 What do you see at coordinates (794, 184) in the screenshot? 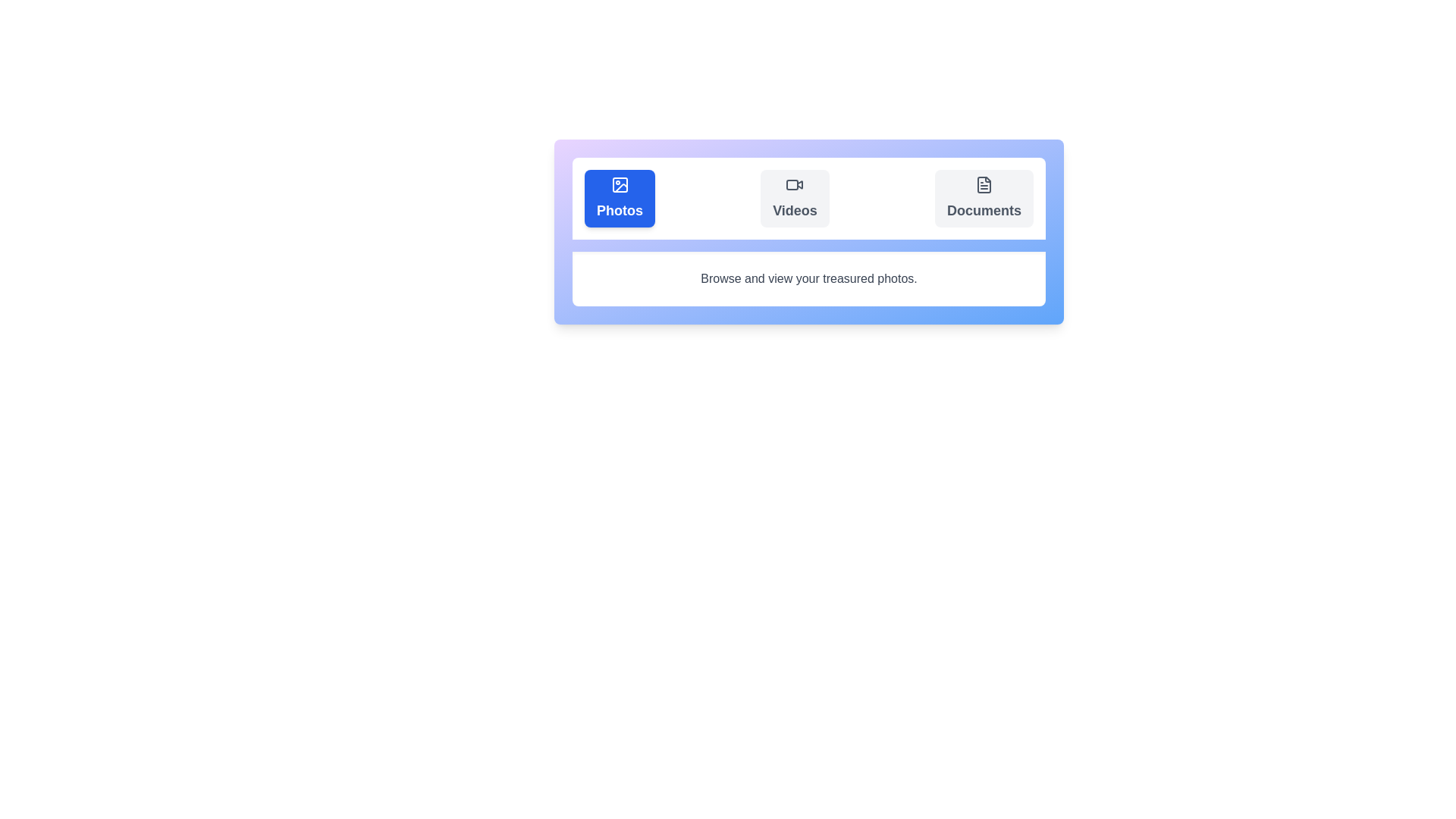
I see `the video icon, which is the second icon in the horizontal list within the 'Videos' segment` at bounding box center [794, 184].